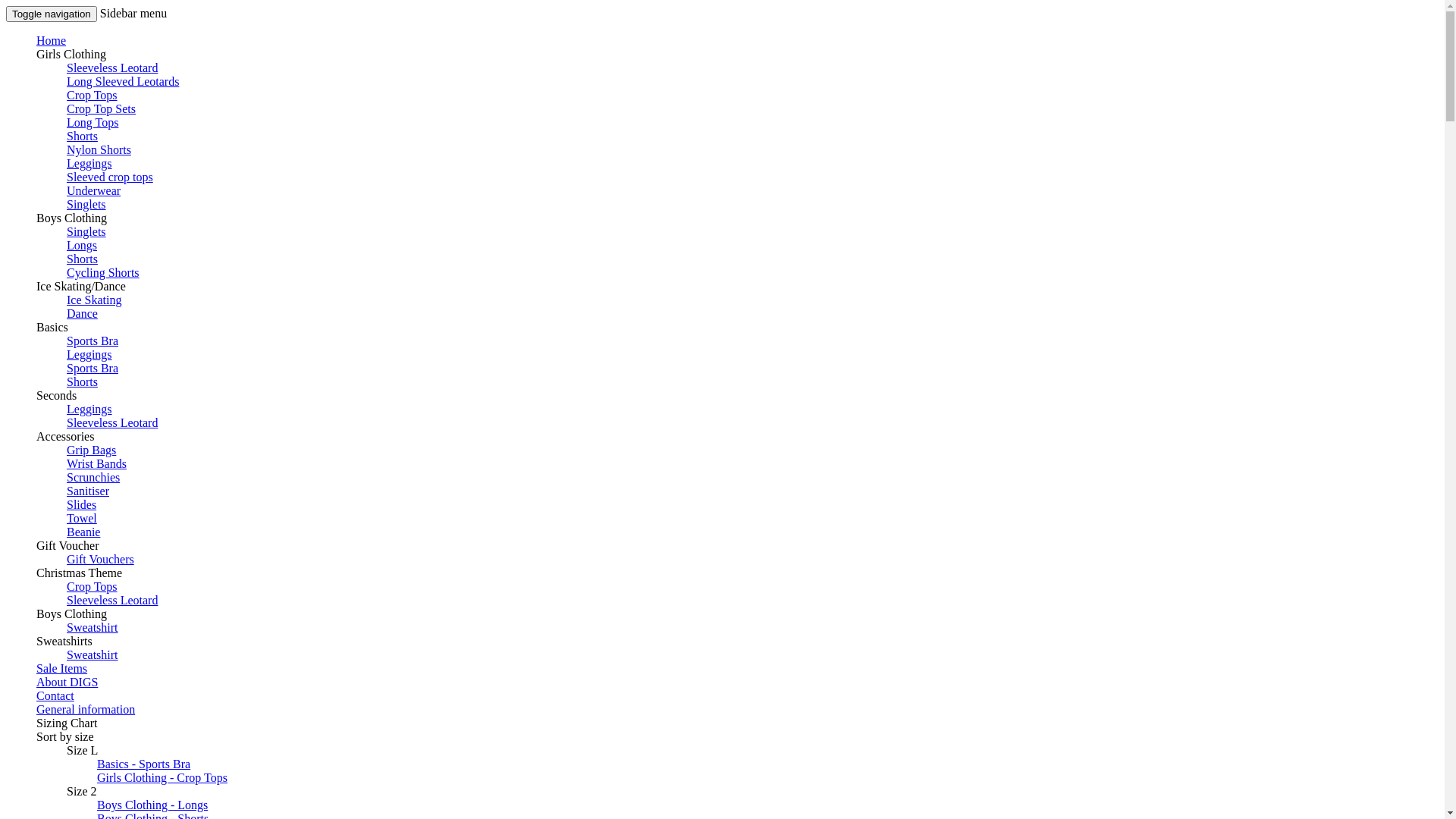 The image size is (1456, 819). Describe the element at coordinates (81, 749) in the screenshot. I see `'Size L'` at that location.